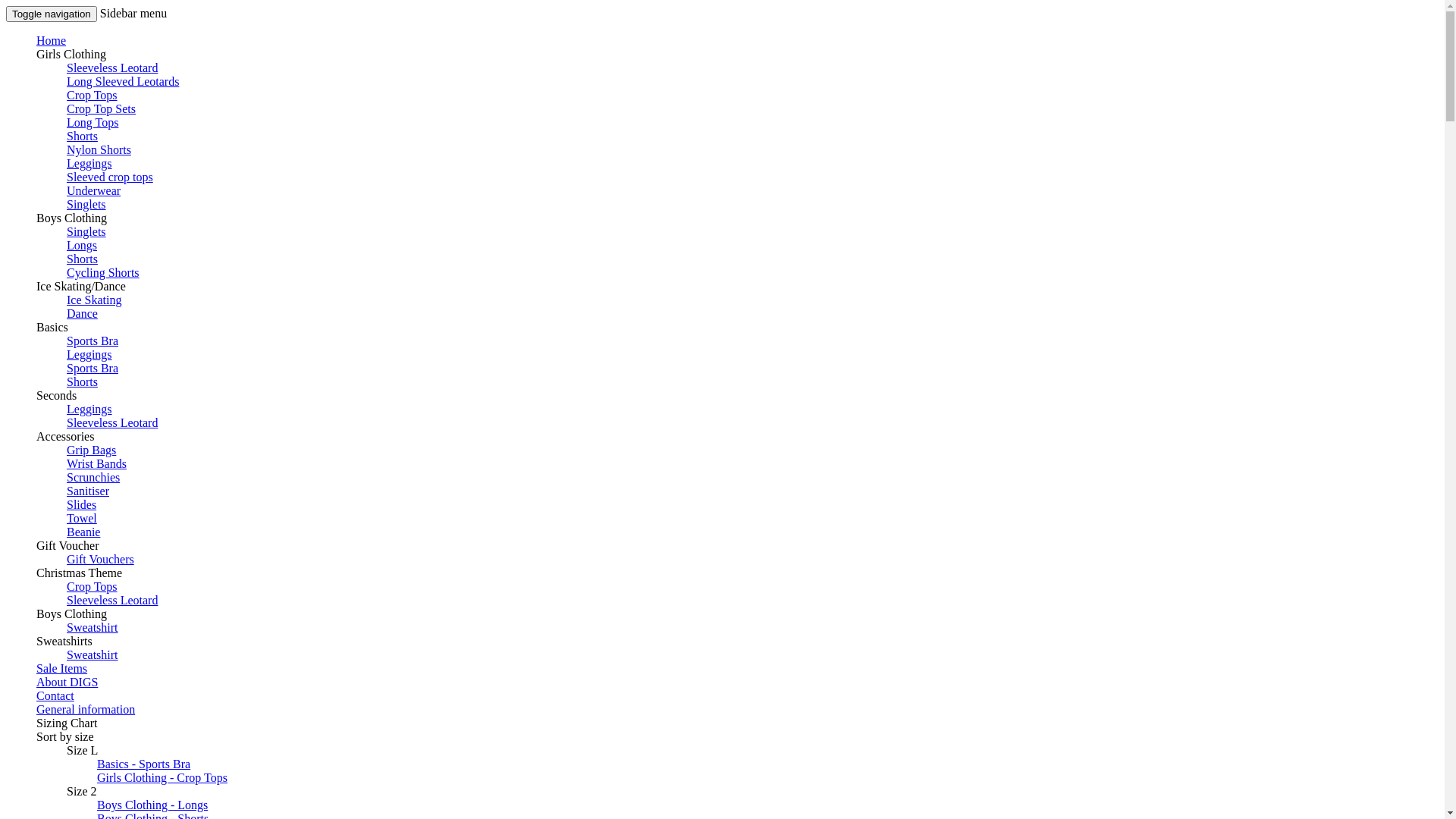 The image size is (1456, 819). Describe the element at coordinates (81, 749) in the screenshot. I see `'Size L'` at that location.